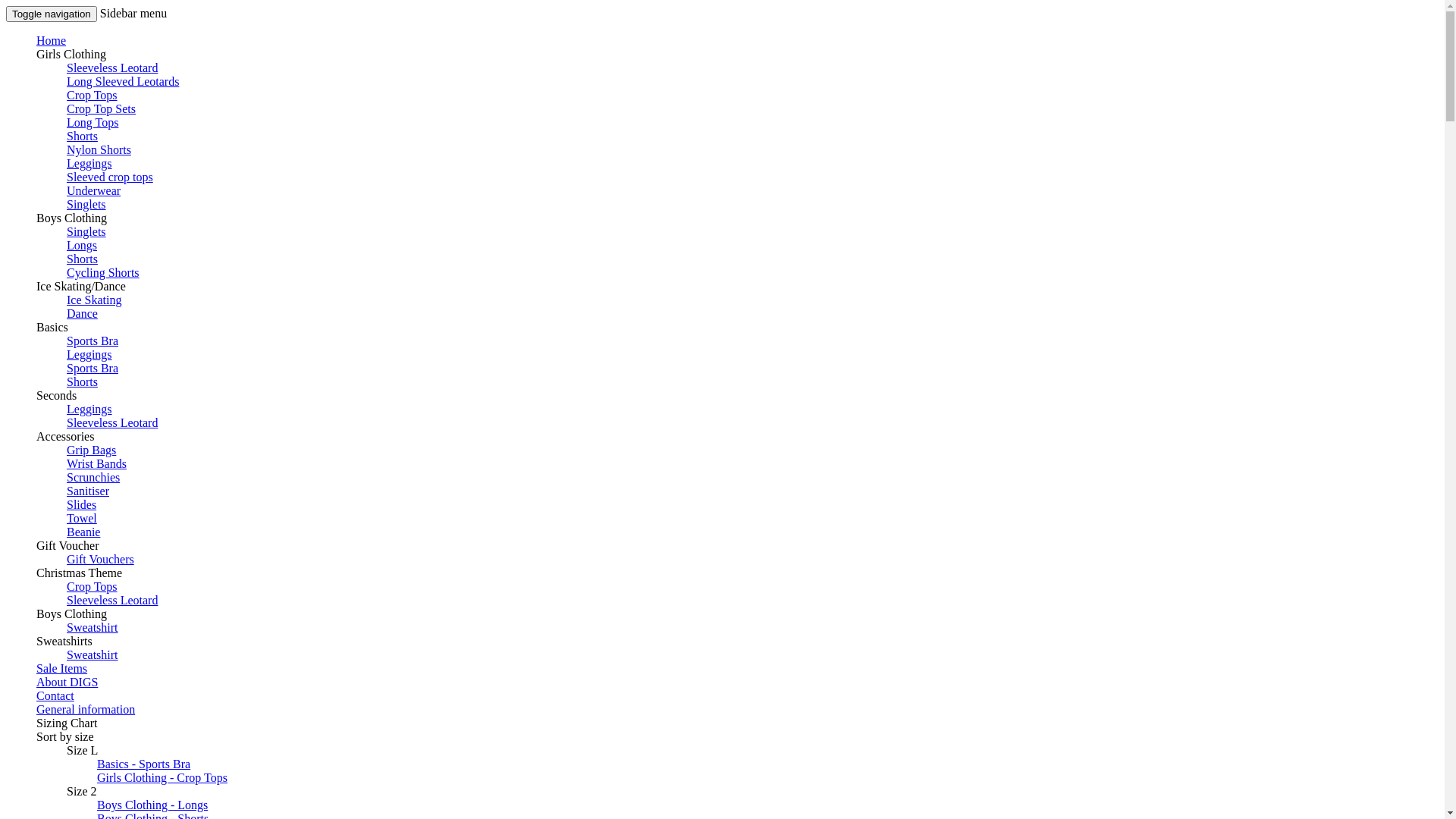 The image size is (1456, 819). Describe the element at coordinates (81, 749) in the screenshot. I see `'Size L'` at that location.